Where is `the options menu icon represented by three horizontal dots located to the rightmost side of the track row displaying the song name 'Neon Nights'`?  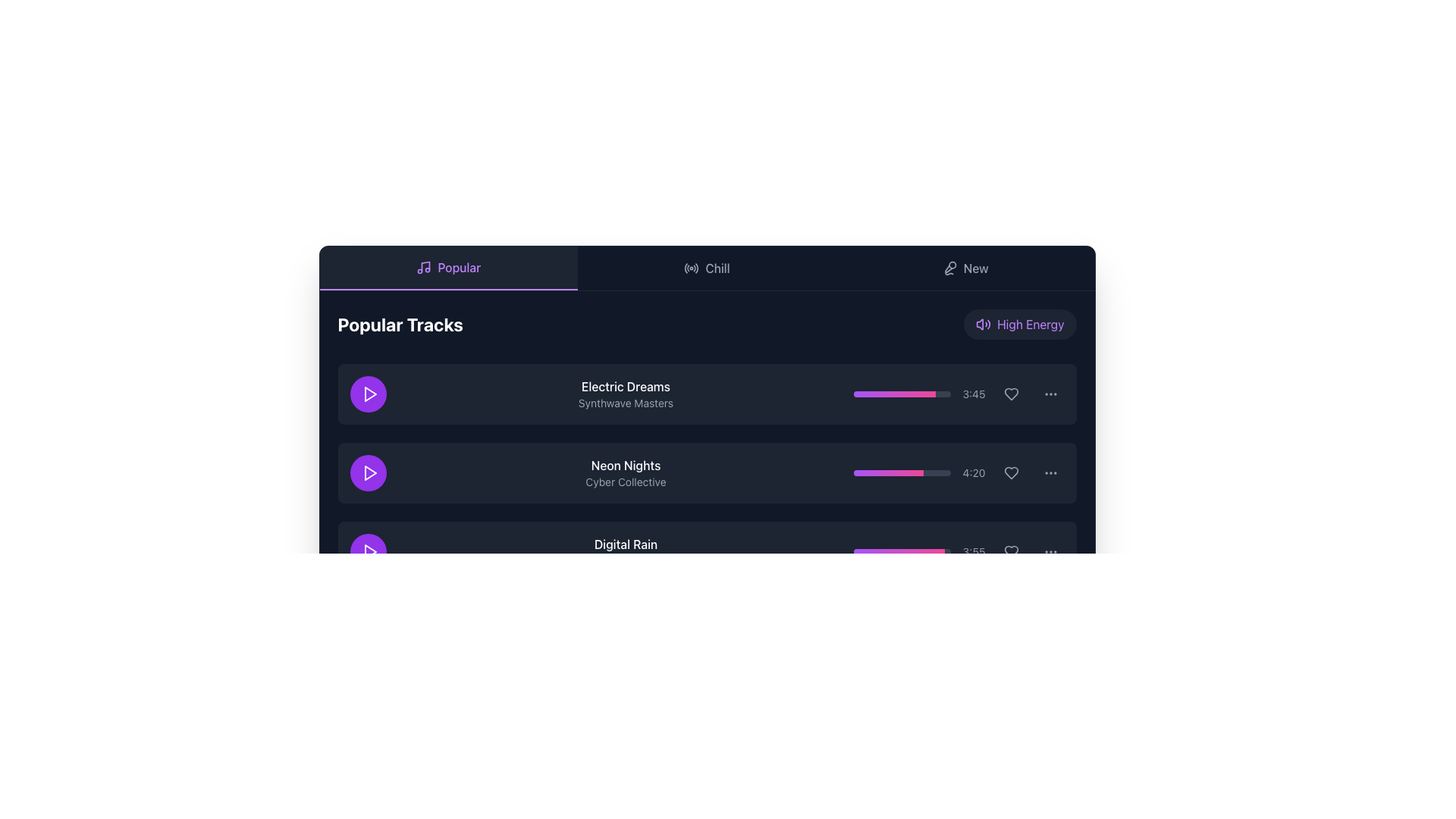 the options menu icon represented by three horizontal dots located to the rightmost side of the track row displaying the song name 'Neon Nights' is located at coordinates (1050, 394).